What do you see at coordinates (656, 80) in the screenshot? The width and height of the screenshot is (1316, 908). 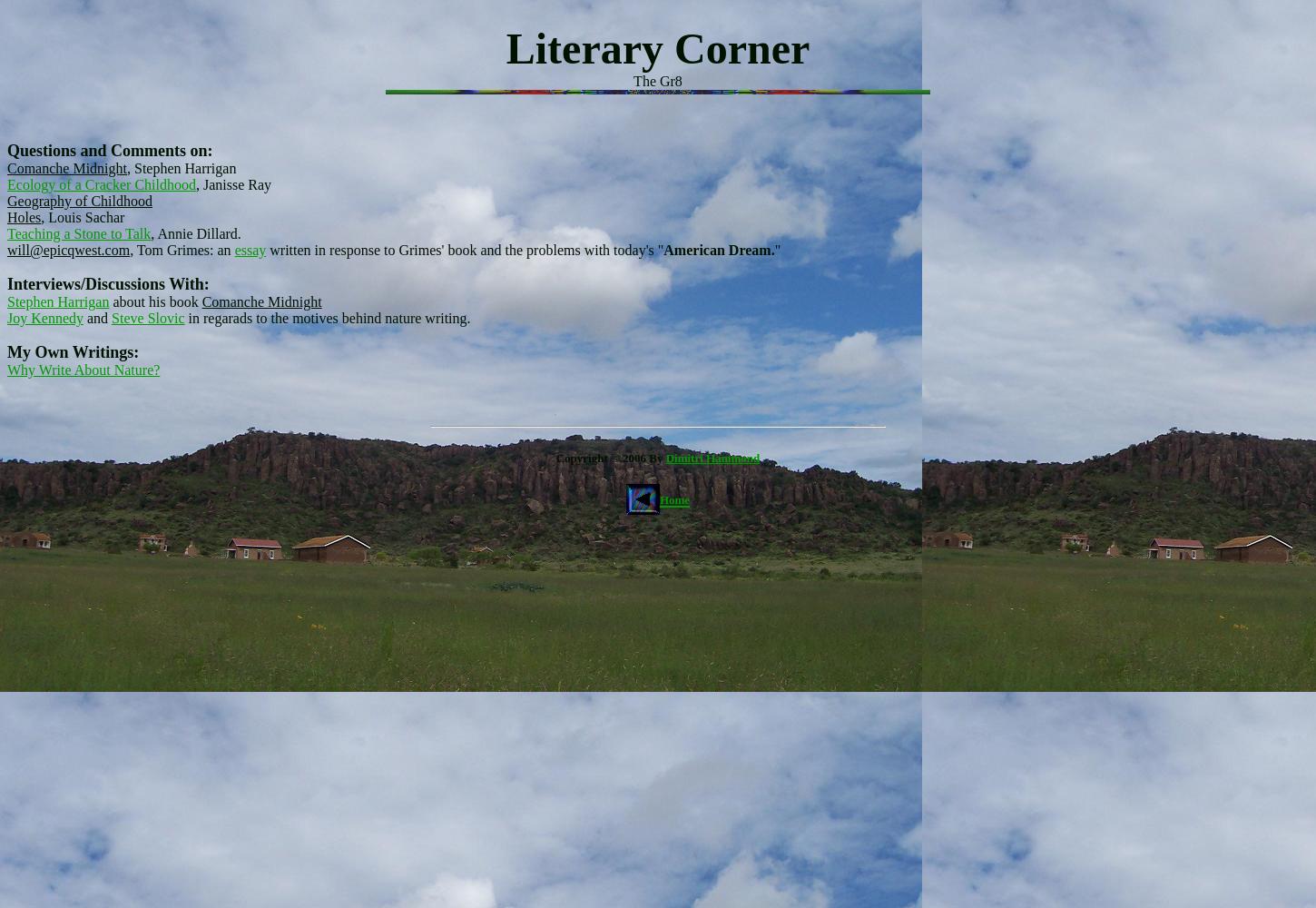 I see `'The Gr8'` at bounding box center [656, 80].